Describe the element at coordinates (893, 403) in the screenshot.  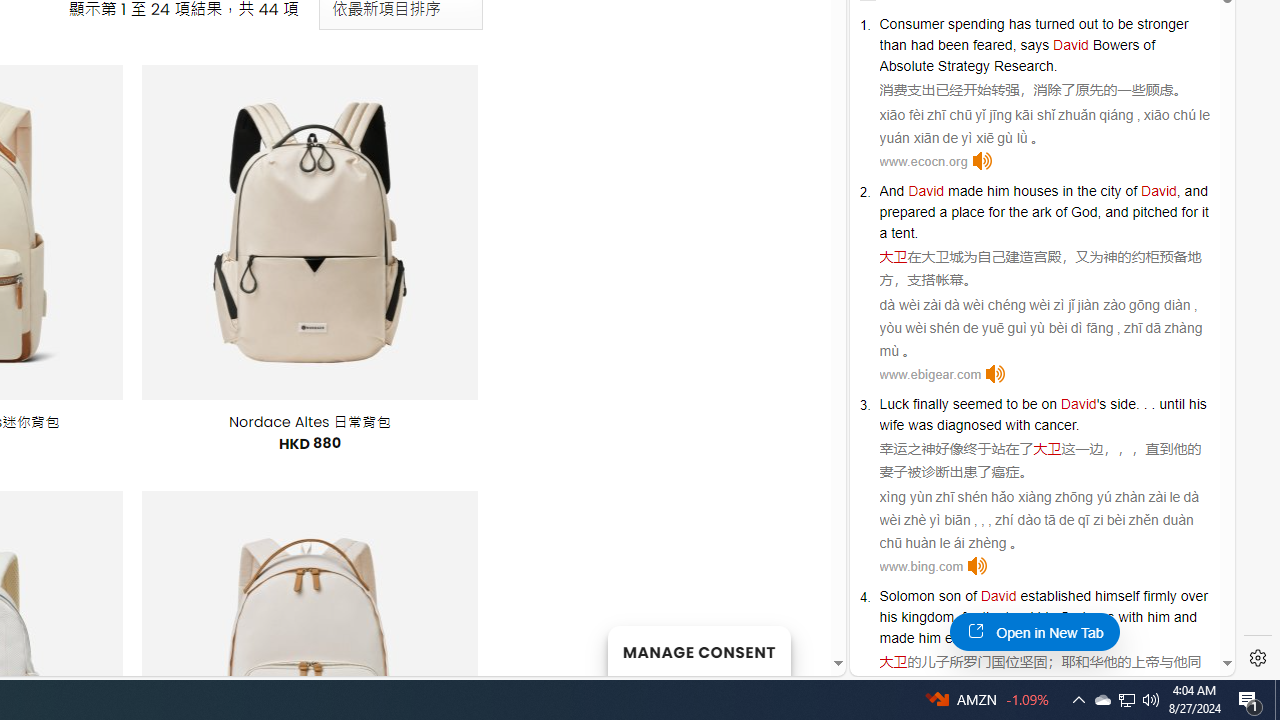
I see `'Luck'` at that location.